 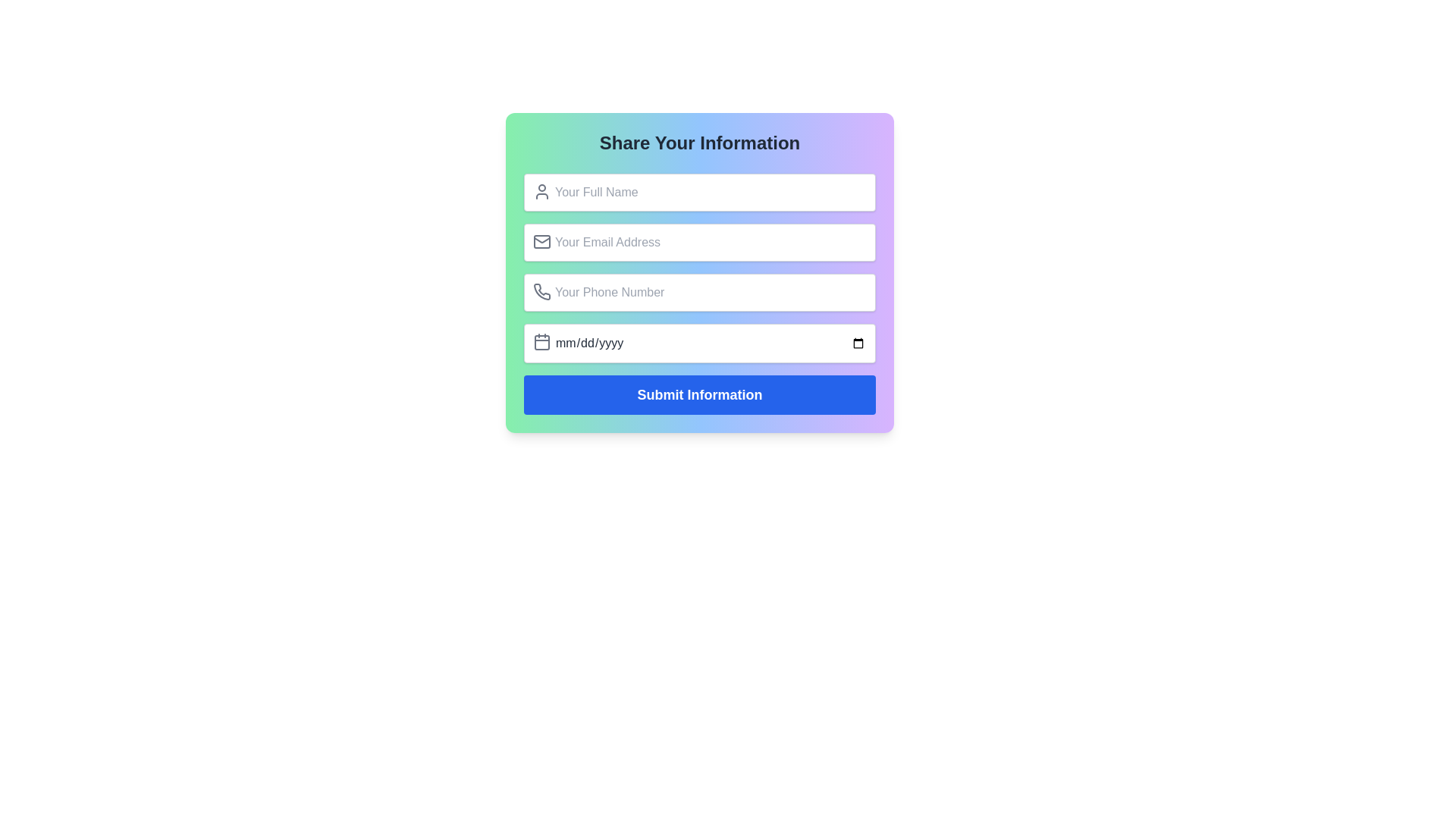 What do you see at coordinates (698, 343) in the screenshot?
I see `the Date Input Field, which is the fourth field in a vertical series of fields within a form, to type a date in the format mm/dd/yyyy` at bounding box center [698, 343].